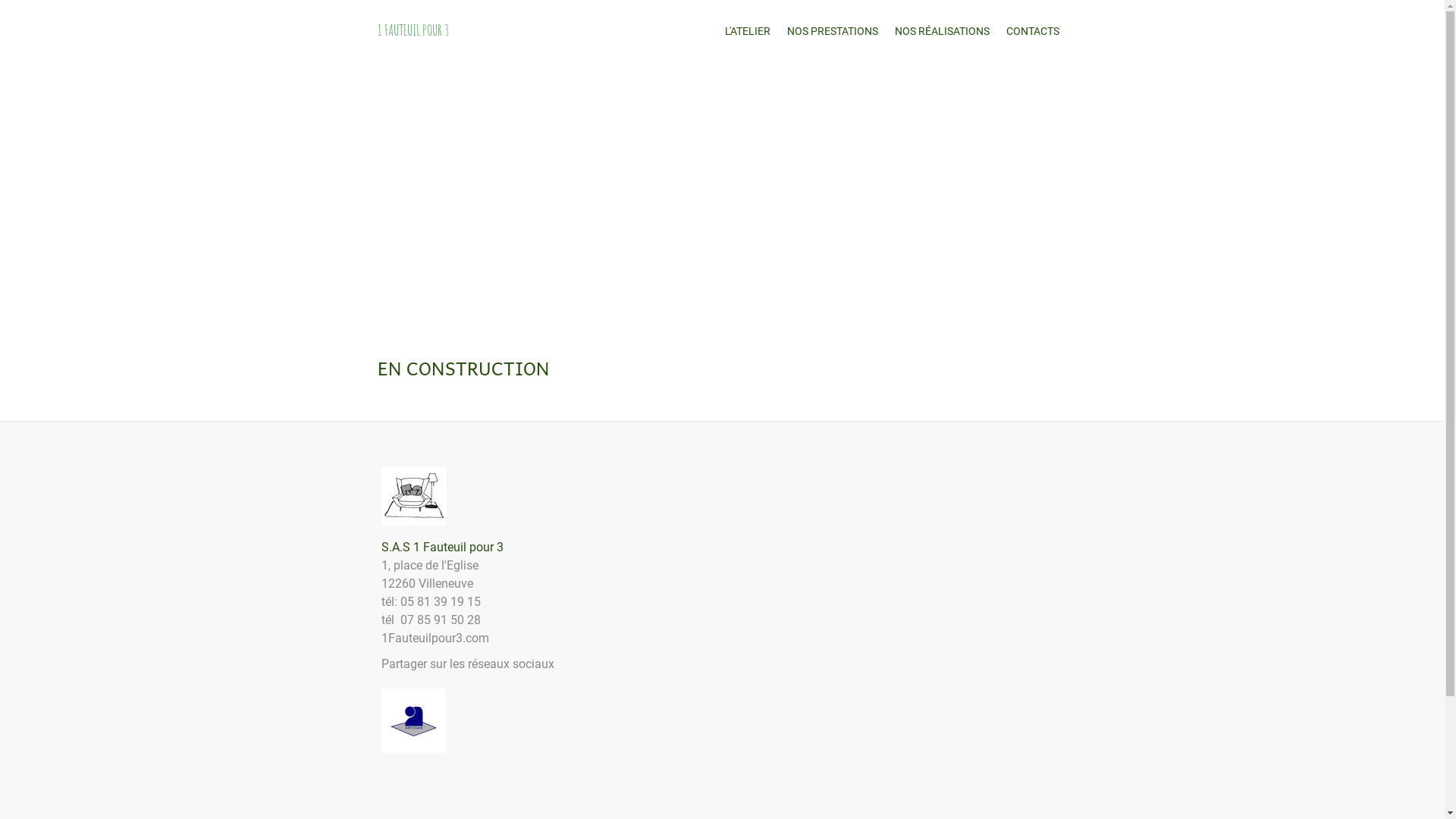  What do you see at coordinates (831, 31) in the screenshot?
I see `'NOS PRESTATIONS'` at bounding box center [831, 31].